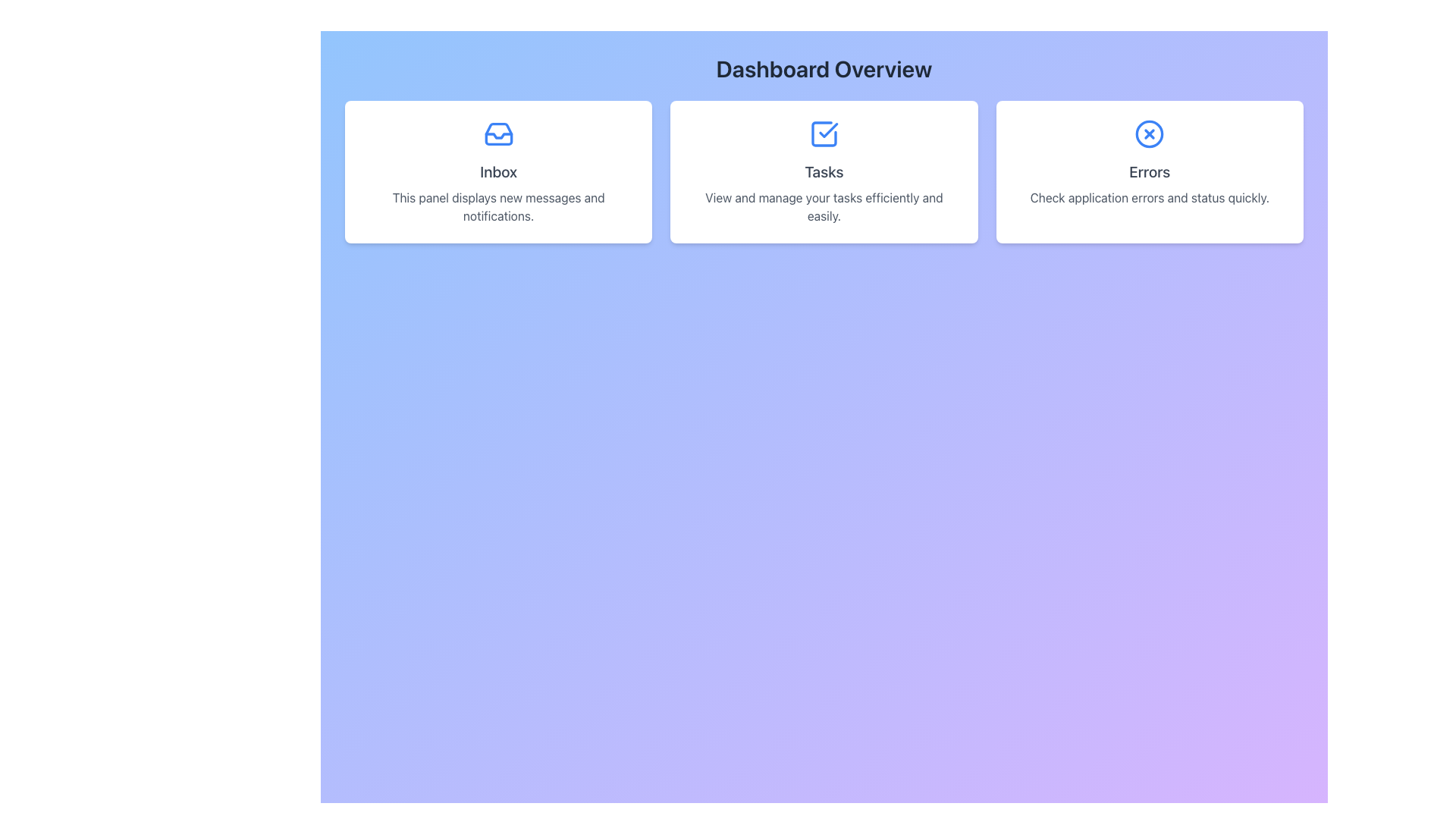 The width and height of the screenshot is (1456, 819). What do you see at coordinates (1150, 197) in the screenshot?
I see `the descriptive text element that provides information about checking errors and status, which is located at the bottom of the 'Errors' card in the Dashboard Overview section` at bounding box center [1150, 197].